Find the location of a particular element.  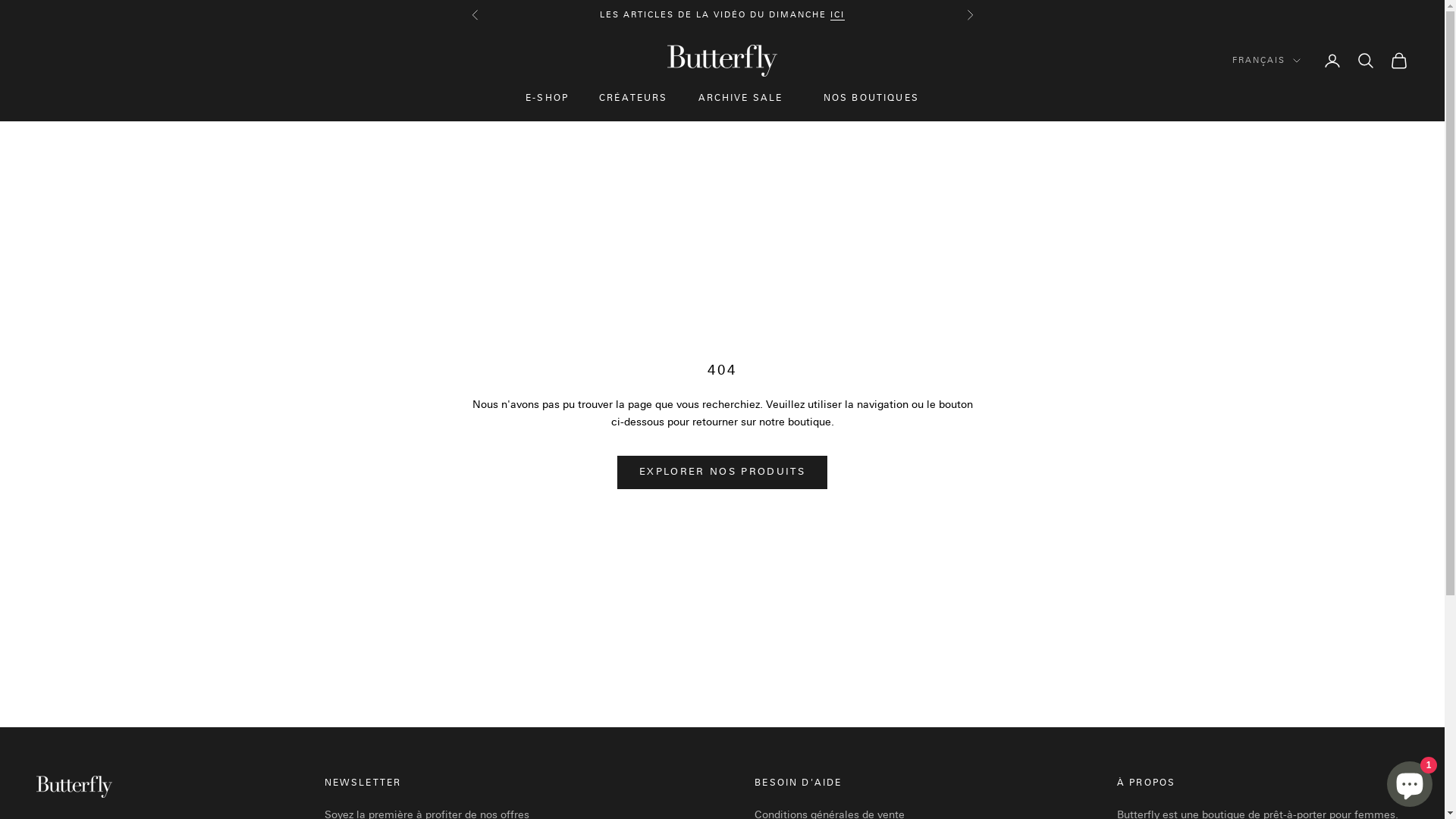

'Suivant' is located at coordinates (968, 14).